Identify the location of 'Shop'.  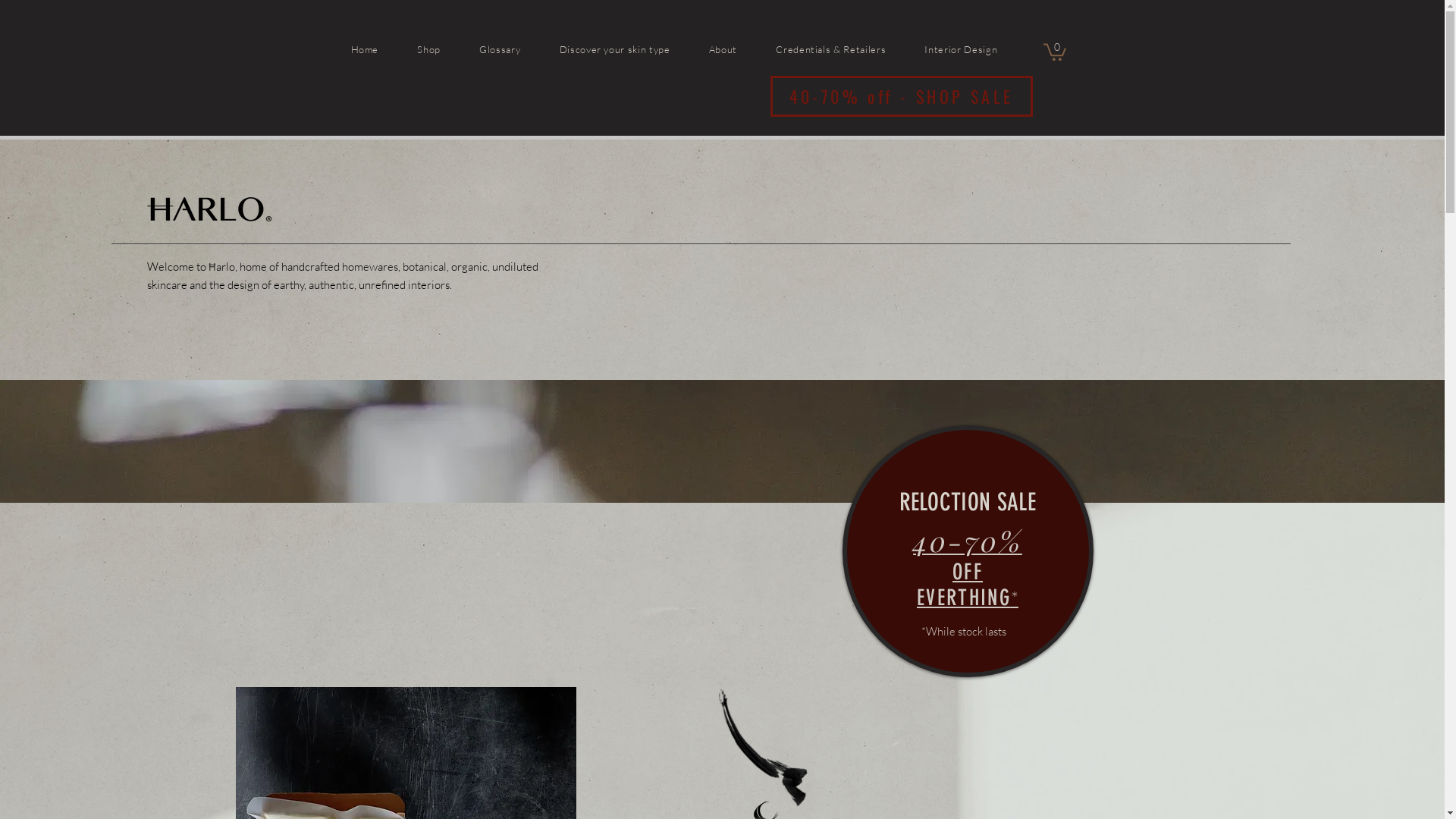
(446, 48).